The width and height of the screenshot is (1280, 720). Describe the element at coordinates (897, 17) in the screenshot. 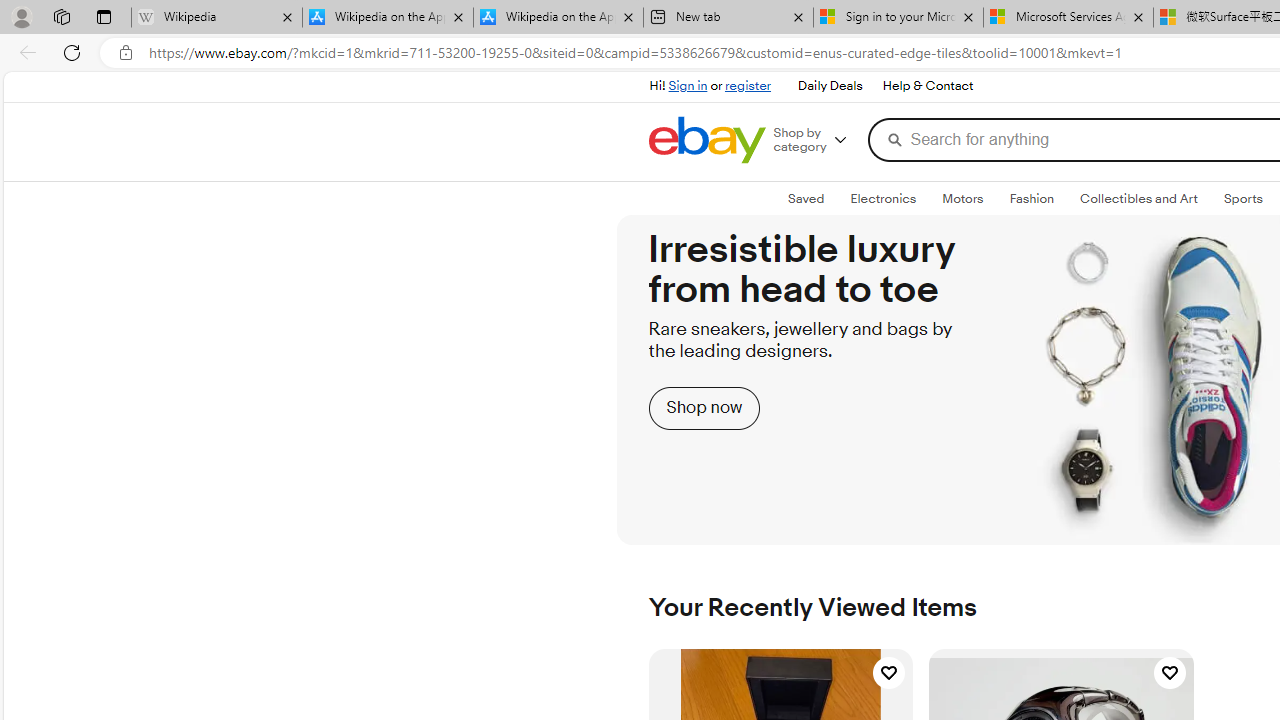

I see `'Sign in to your Microsoft account'` at that location.